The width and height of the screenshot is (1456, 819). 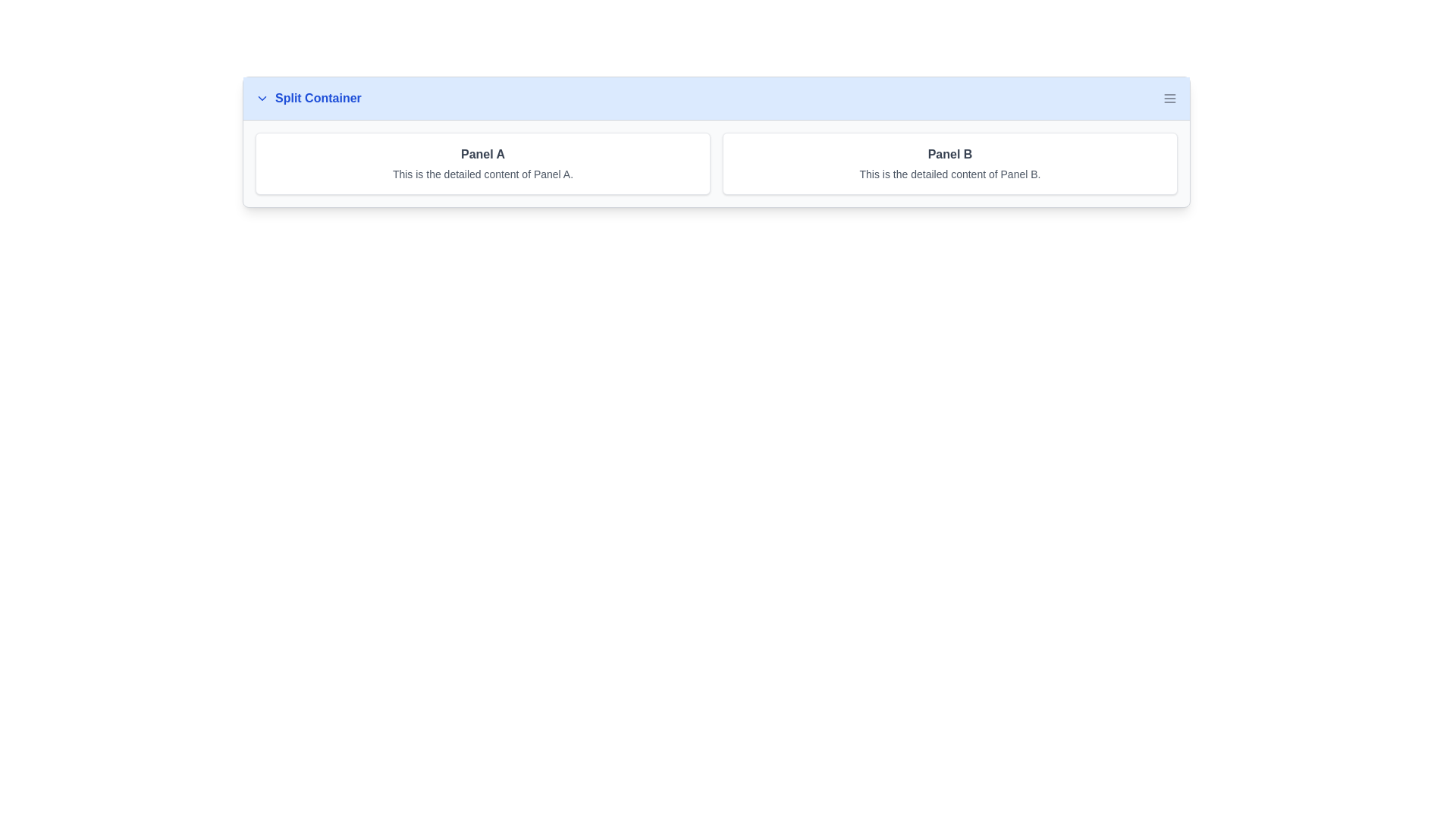 I want to click on the text display element that shows 'This is the detailed content of Panel B.' located below the header 'Panel B.', so click(x=949, y=174).